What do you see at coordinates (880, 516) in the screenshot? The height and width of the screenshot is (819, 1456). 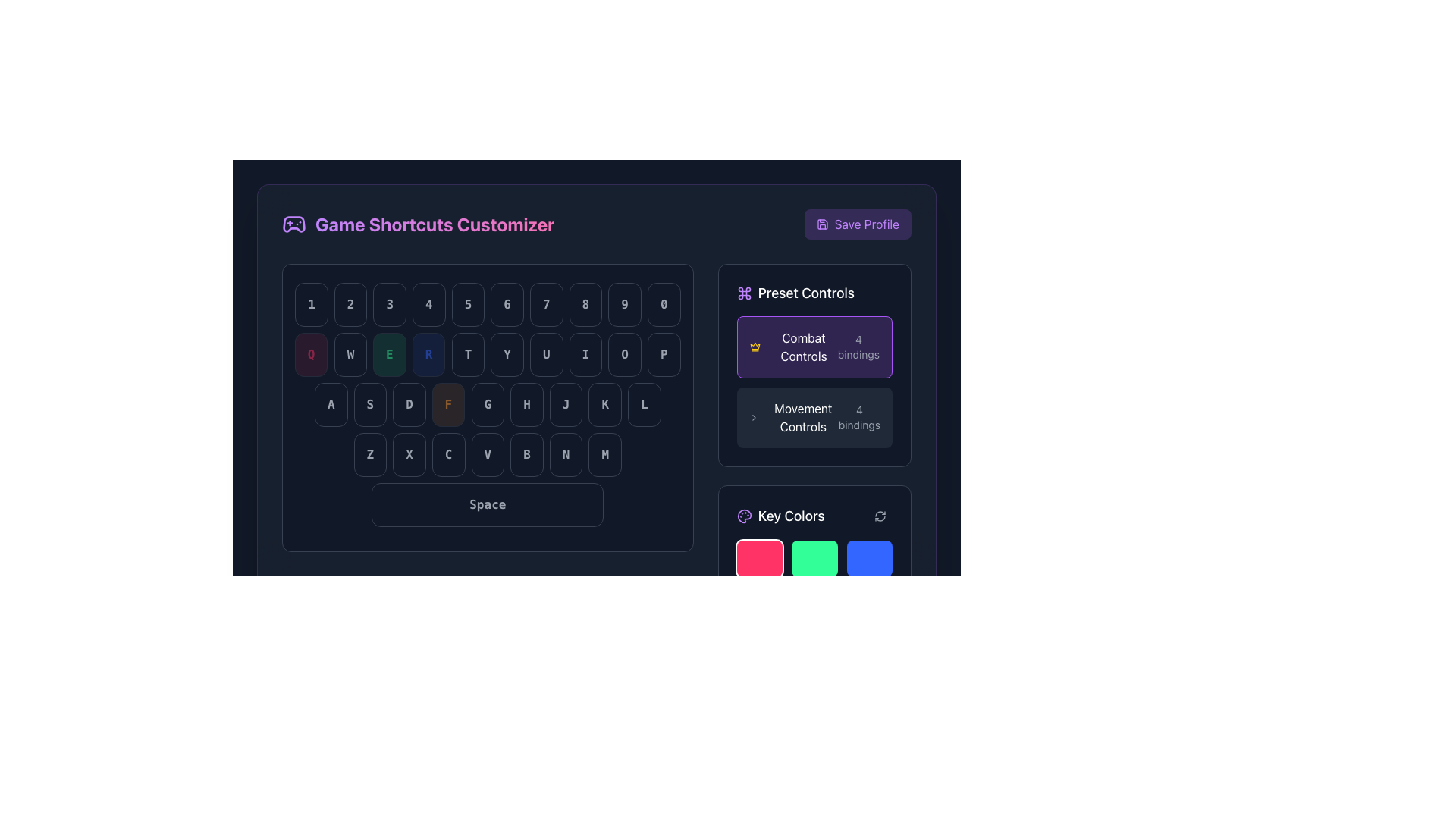 I see `the rounded rectangular button with a dark background and a circular arrow icon, located on the right edge of the 'Key Colors' section` at bounding box center [880, 516].